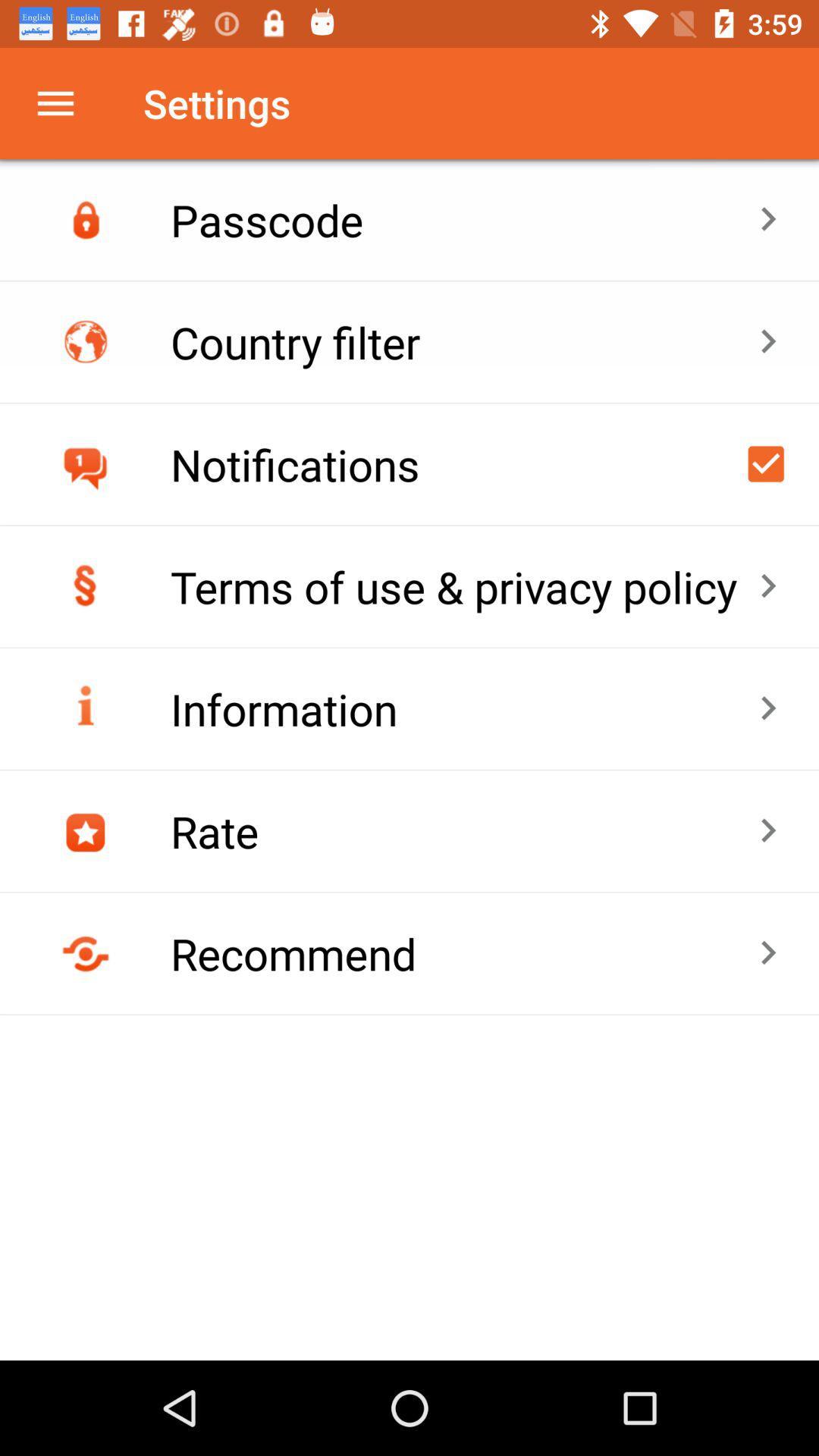  I want to click on enable/disable notifications, so click(766, 463).